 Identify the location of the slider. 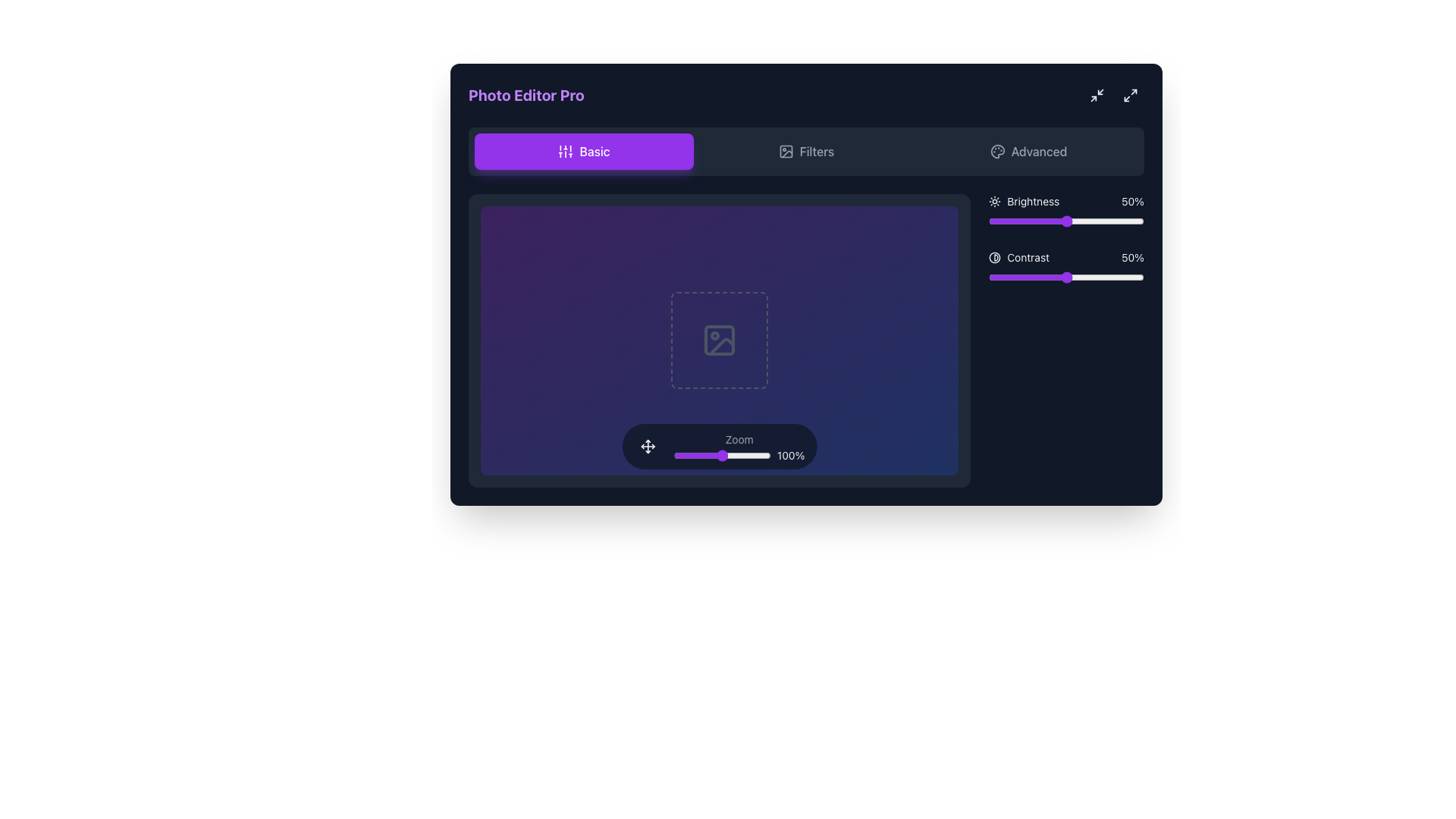
(1070, 278).